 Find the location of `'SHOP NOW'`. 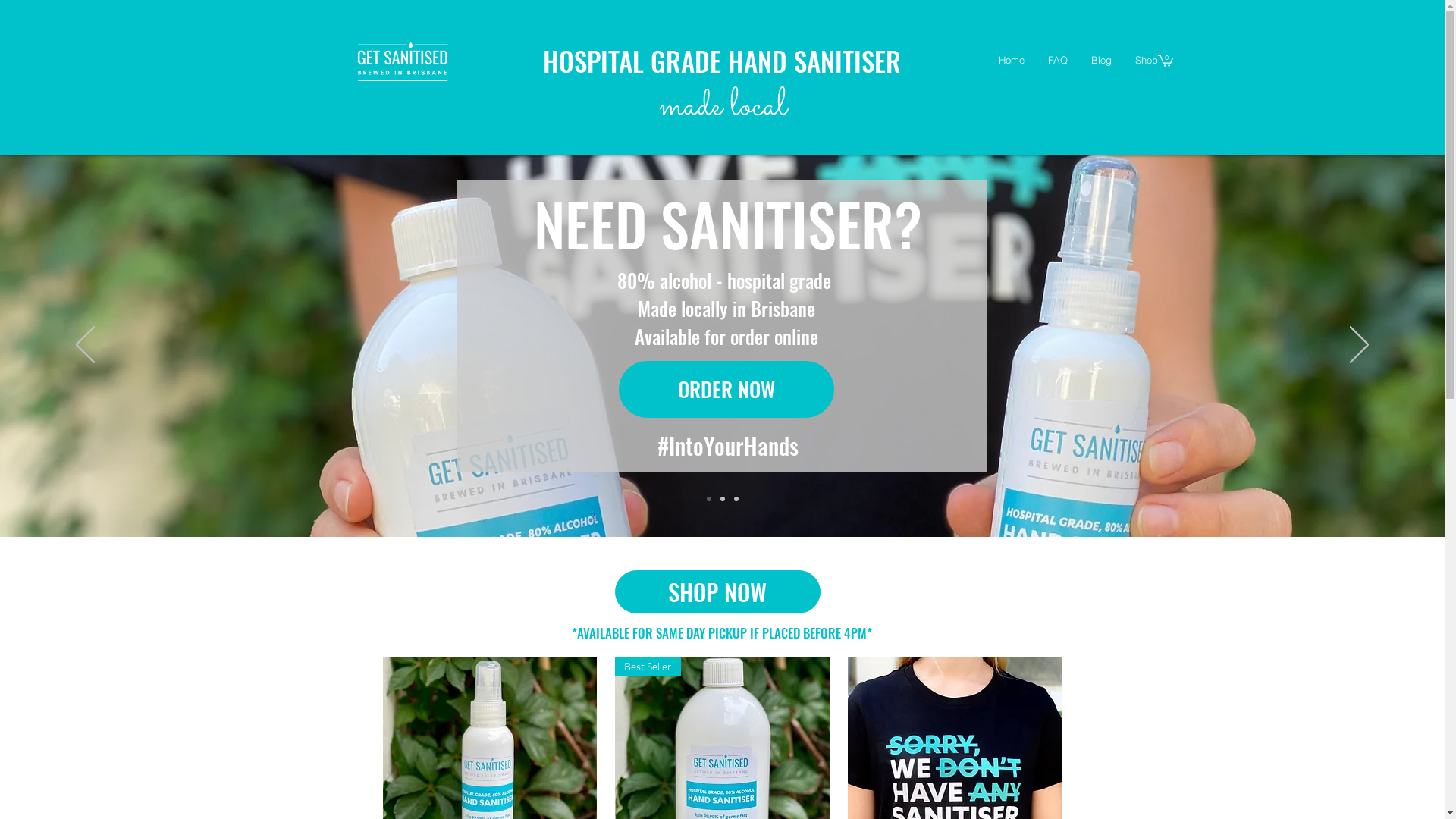

'SHOP NOW' is located at coordinates (716, 591).